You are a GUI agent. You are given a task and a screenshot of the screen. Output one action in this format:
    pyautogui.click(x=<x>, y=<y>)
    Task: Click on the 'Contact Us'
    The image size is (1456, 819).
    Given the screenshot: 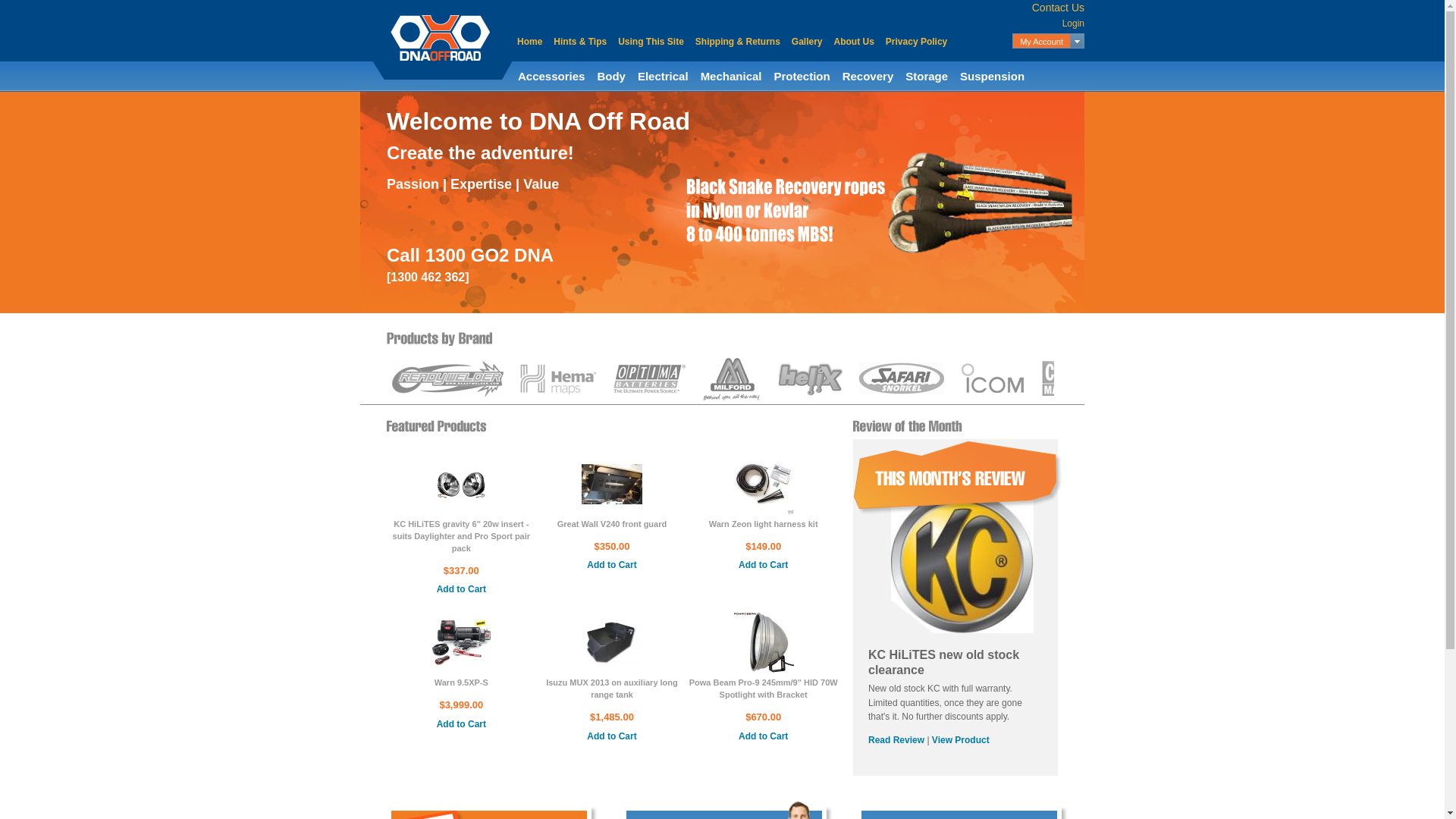 What is the action you would take?
    pyautogui.click(x=1057, y=8)
    